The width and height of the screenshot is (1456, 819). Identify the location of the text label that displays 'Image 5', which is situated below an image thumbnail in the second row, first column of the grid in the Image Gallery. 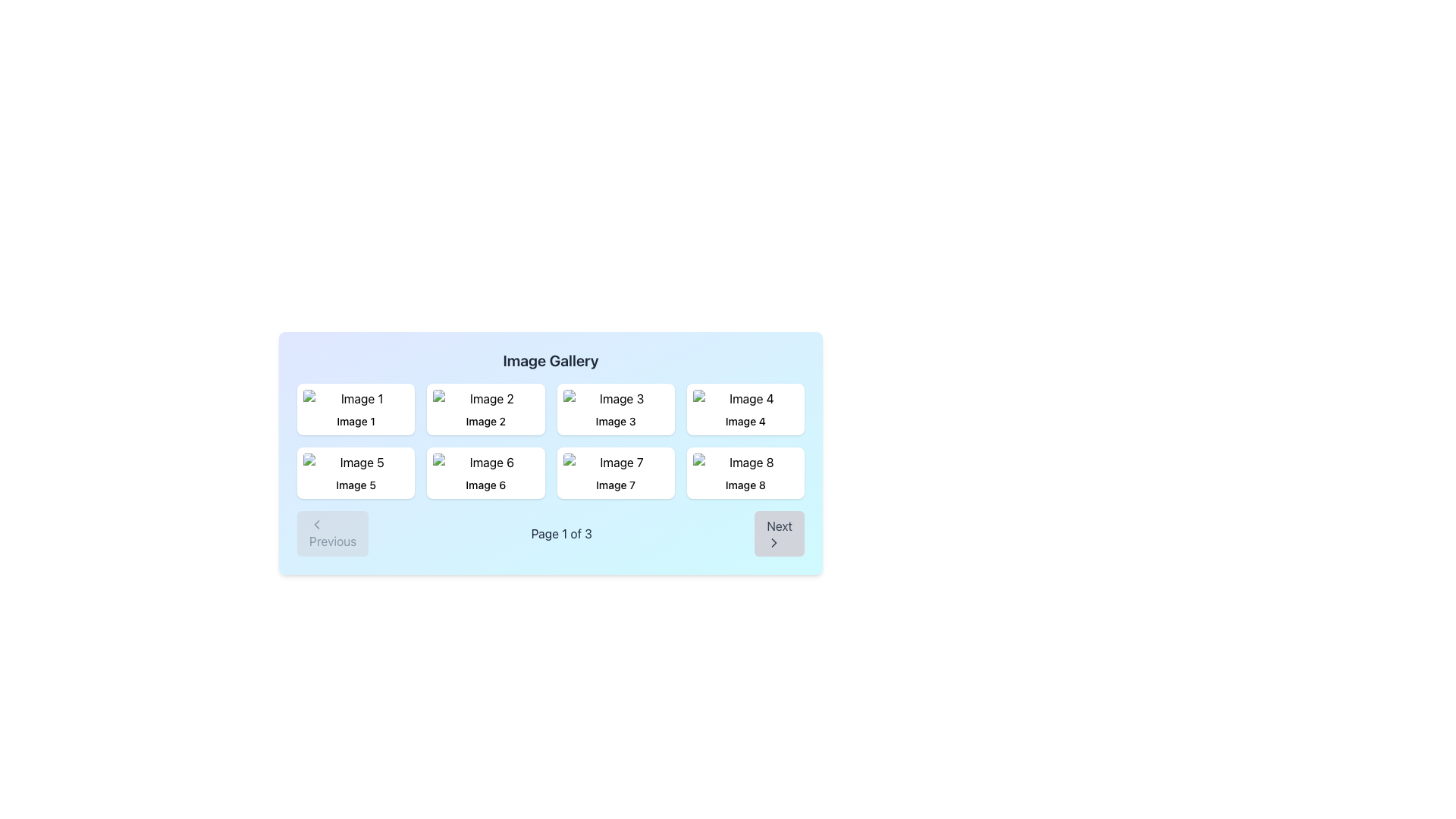
(355, 485).